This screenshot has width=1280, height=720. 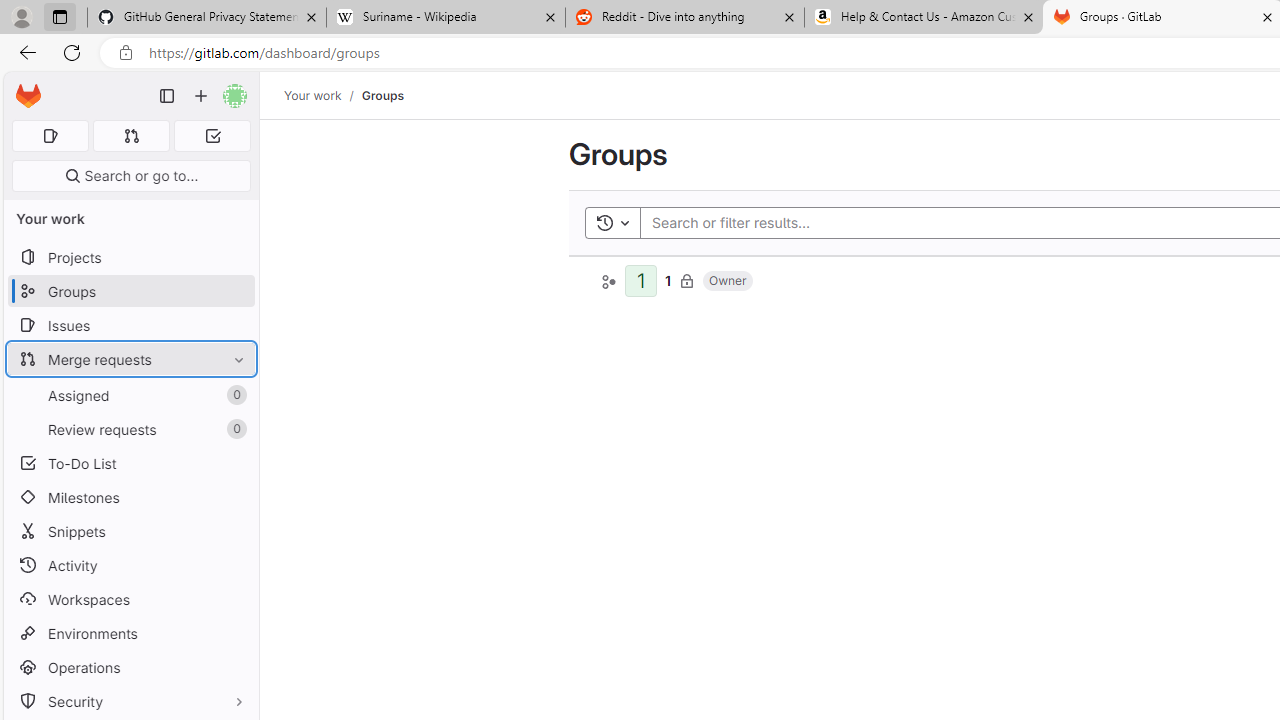 I want to click on 'Environments', so click(x=130, y=633).